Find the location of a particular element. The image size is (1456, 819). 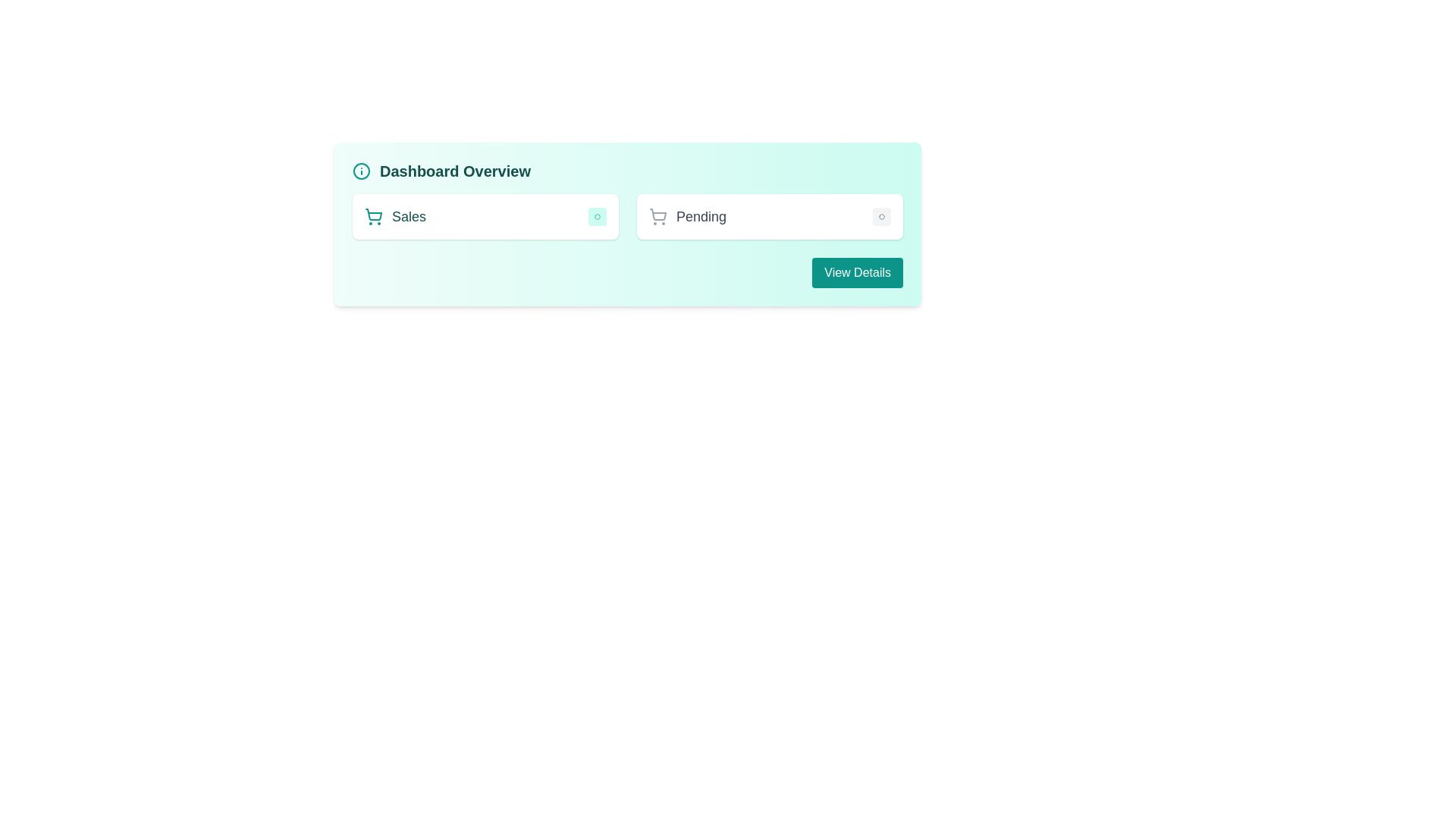

the prominent 'Sales' text label, which is styled in teal color with a large bold font, located centrally within a card-like component in the top-left section of the dashboard is located at coordinates (409, 216).